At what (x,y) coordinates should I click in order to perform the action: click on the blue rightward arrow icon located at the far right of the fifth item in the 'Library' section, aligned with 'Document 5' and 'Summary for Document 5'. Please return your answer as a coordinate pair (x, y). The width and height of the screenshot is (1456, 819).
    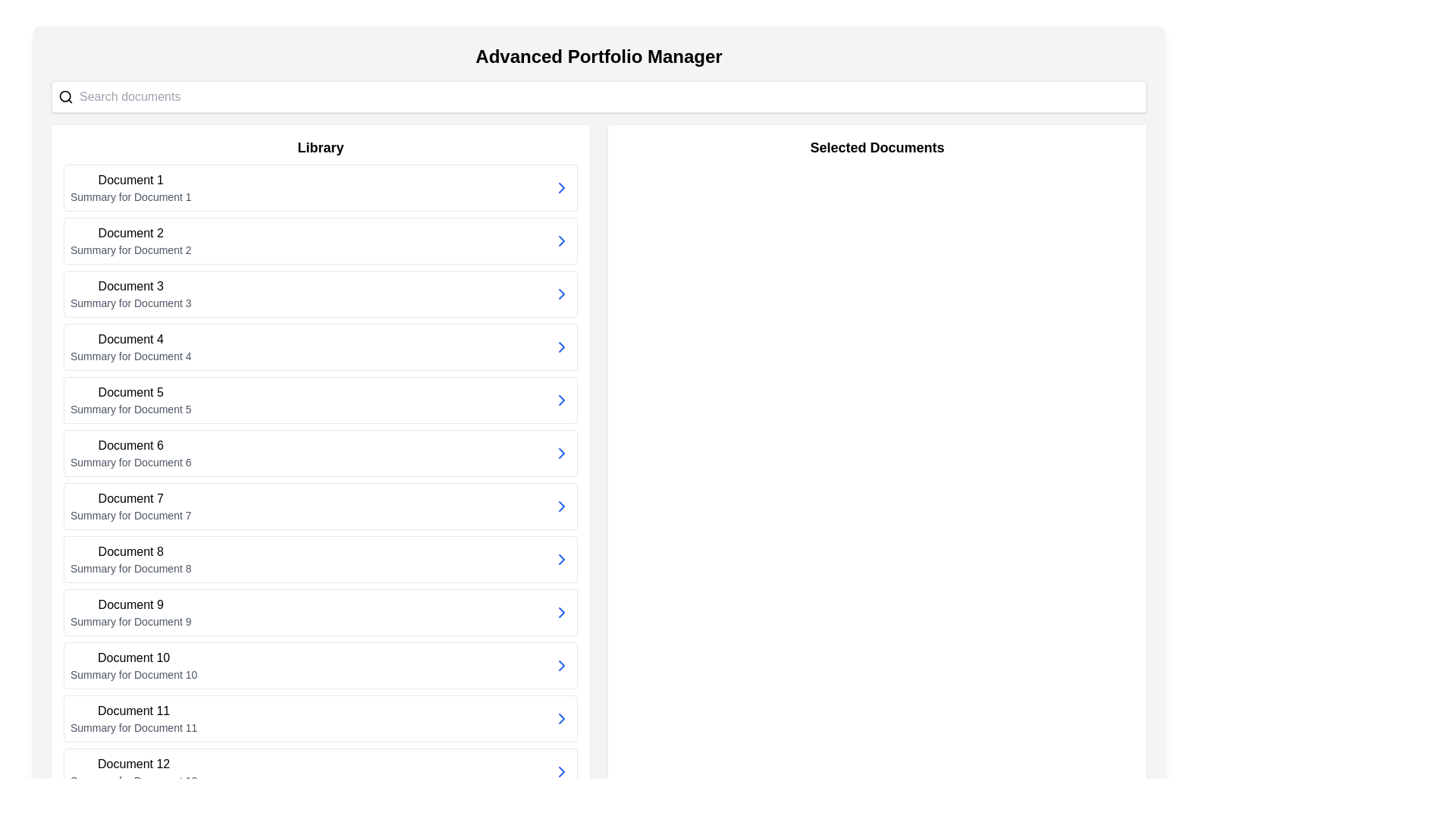
    Looking at the image, I should click on (560, 400).